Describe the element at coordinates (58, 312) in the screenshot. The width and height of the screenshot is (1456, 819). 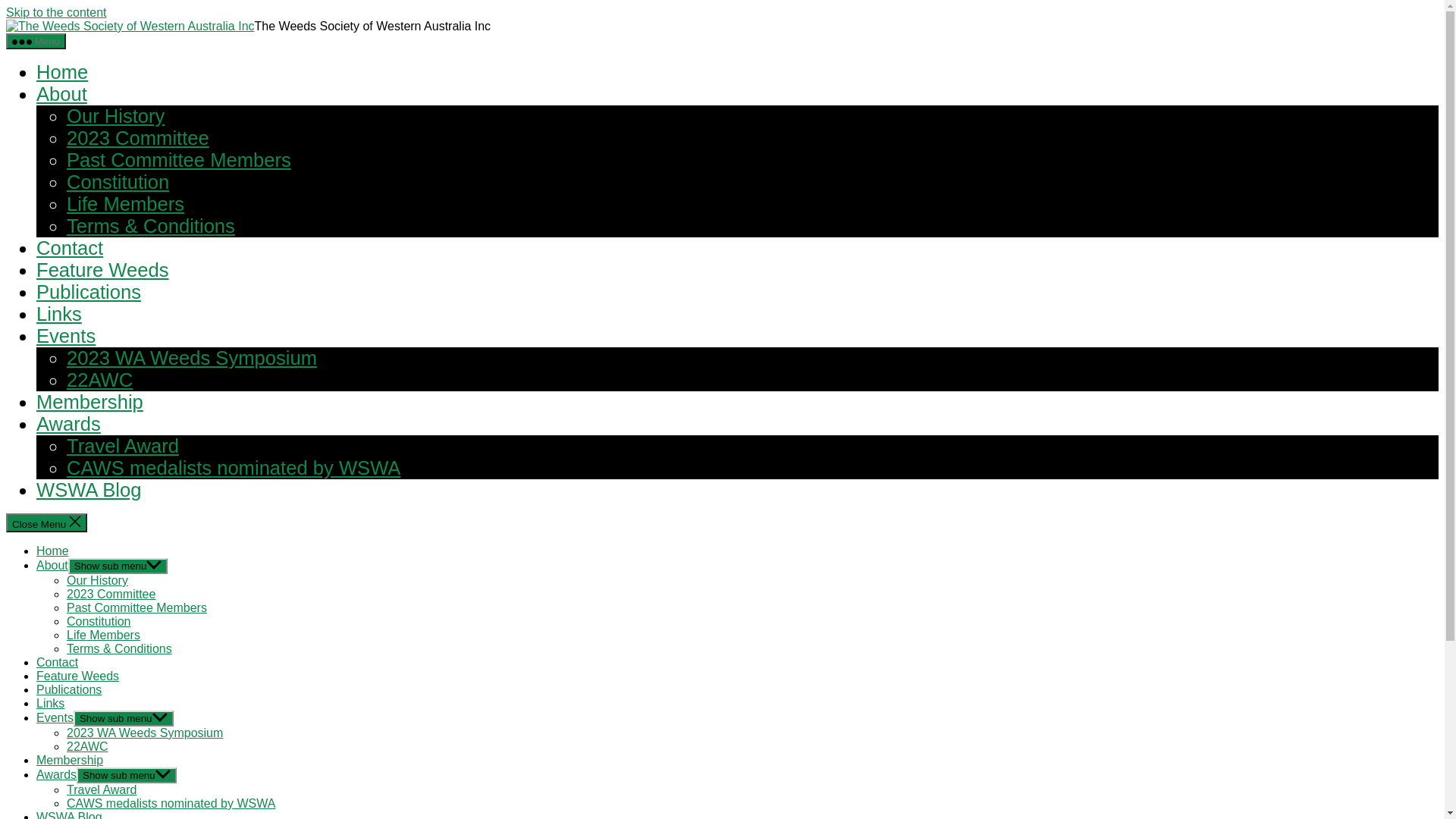
I see `'Links'` at that location.